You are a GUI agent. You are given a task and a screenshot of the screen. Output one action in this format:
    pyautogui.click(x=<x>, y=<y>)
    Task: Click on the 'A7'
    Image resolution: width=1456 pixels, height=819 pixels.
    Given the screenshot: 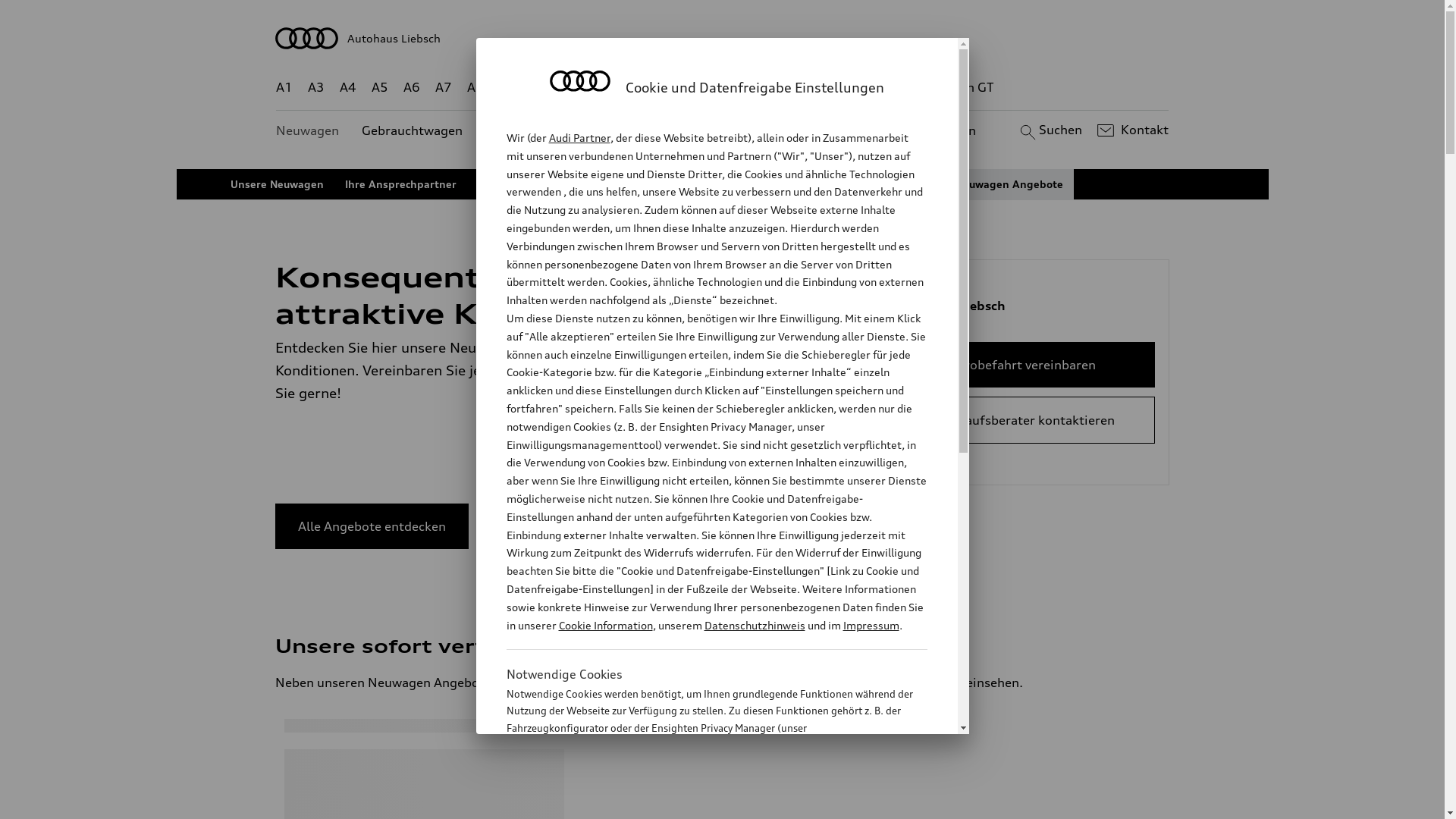 What is the action you would take?
    pyautogui.click(x=443, y=87)
    